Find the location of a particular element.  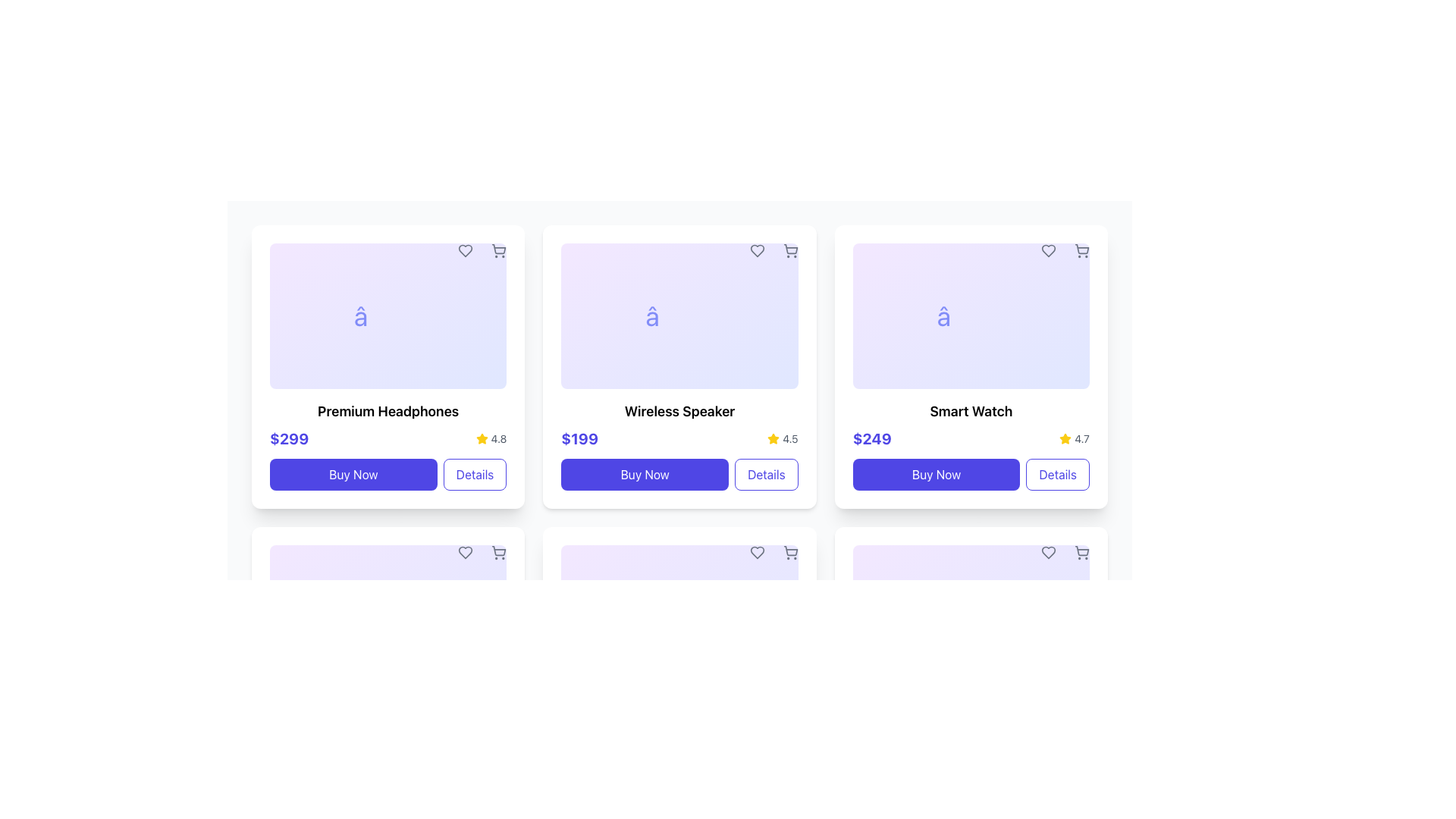

on the heart icon button located in the top-right corner of the 'Wireless Speaker' card is located at coordinates (757, 553).